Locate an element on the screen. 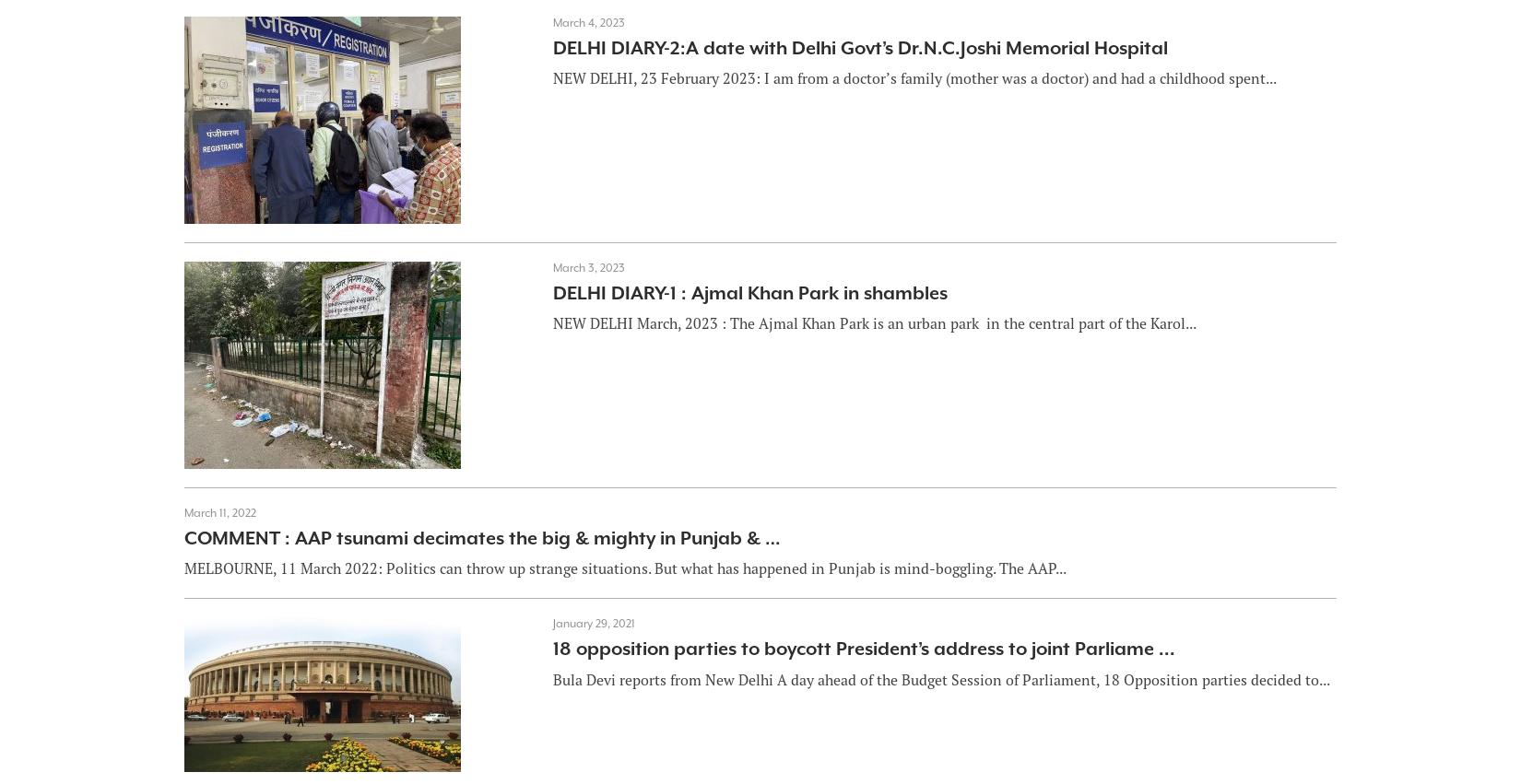 This screenshot has width=1521, height=784. 'DELHI DIARY-1 : Ajmal Khan Park in shambles' is located at coordinates (748, 292).